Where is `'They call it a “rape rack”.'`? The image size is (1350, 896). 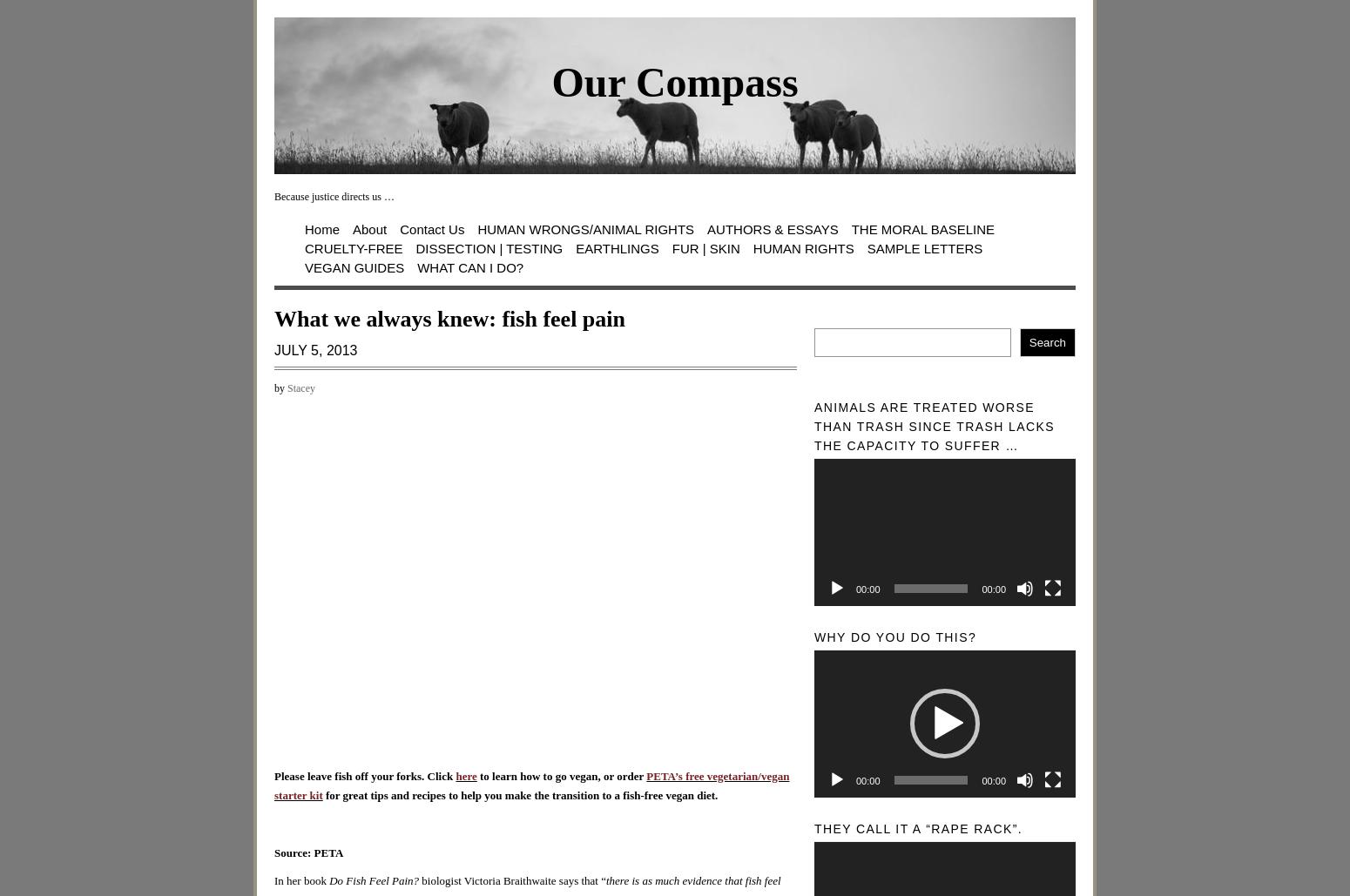
'They call it a “rape rack”.' is located at coordinates (918, 828).